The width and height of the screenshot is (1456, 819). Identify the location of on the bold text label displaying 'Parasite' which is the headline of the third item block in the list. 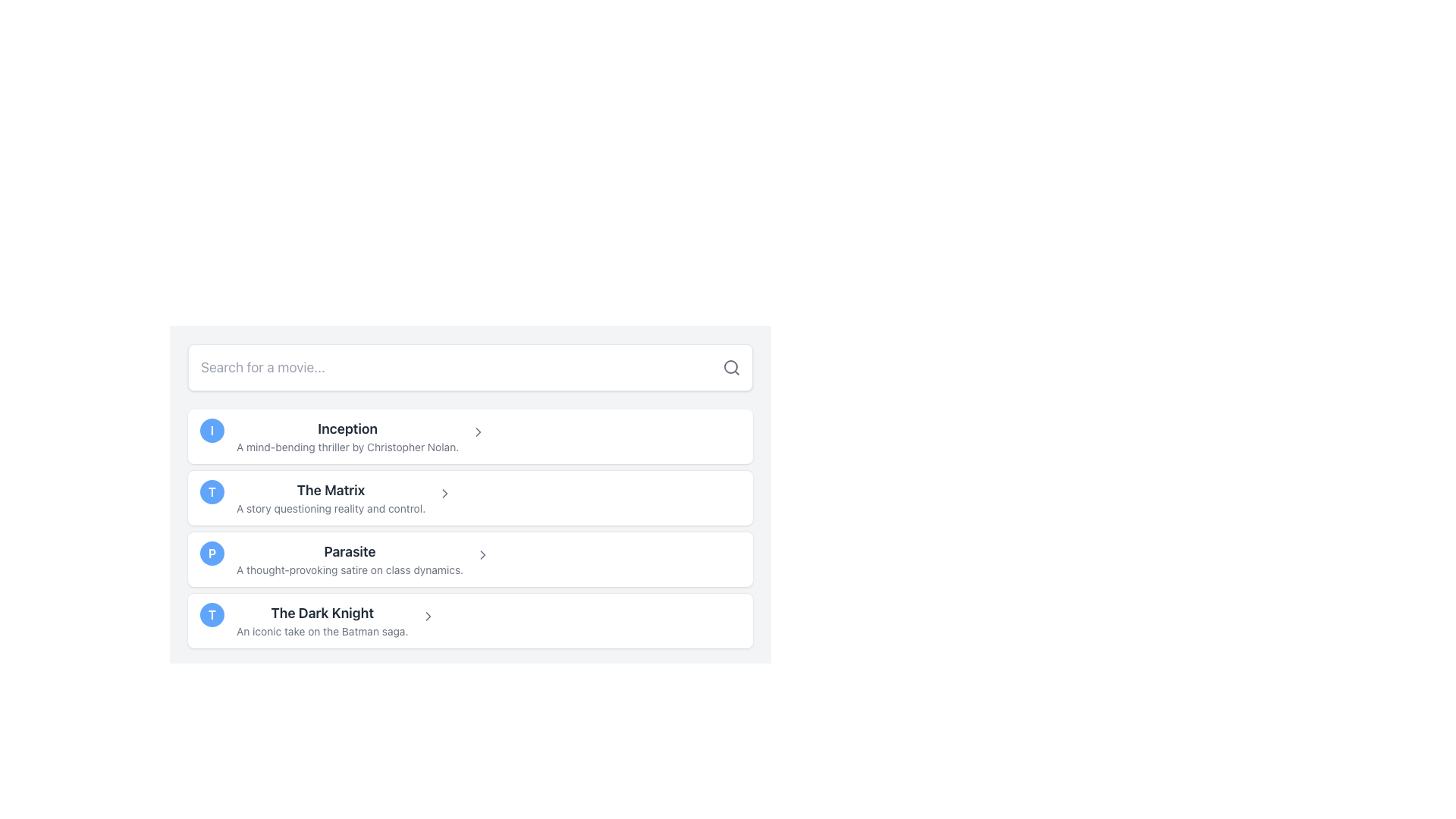
(349, 552).